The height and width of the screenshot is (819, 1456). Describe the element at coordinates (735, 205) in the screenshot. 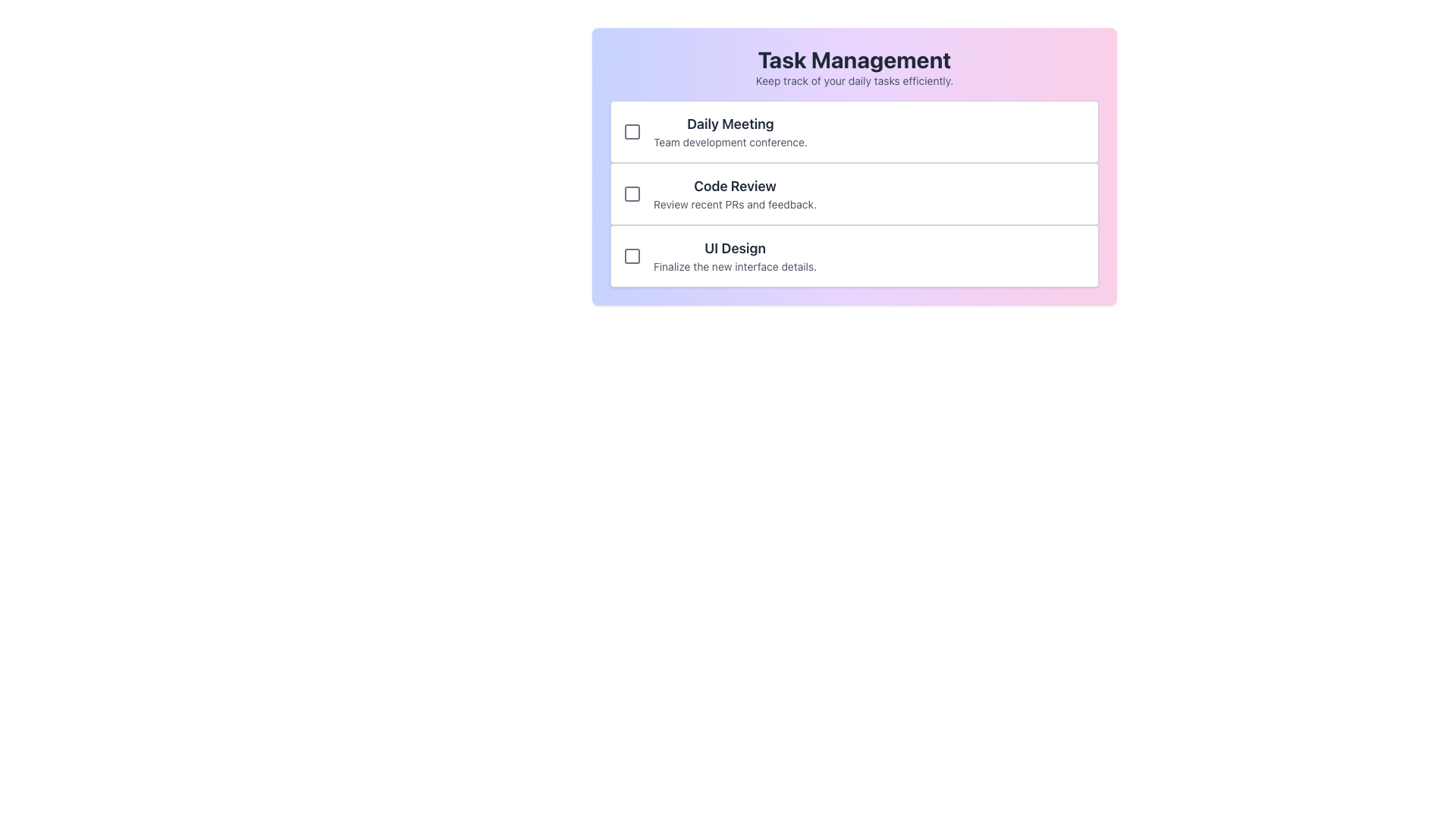

I see `the static text label reading 'Review recent PRs and feedback.' located below the 'Code Review' title in the task management interface` at that location.